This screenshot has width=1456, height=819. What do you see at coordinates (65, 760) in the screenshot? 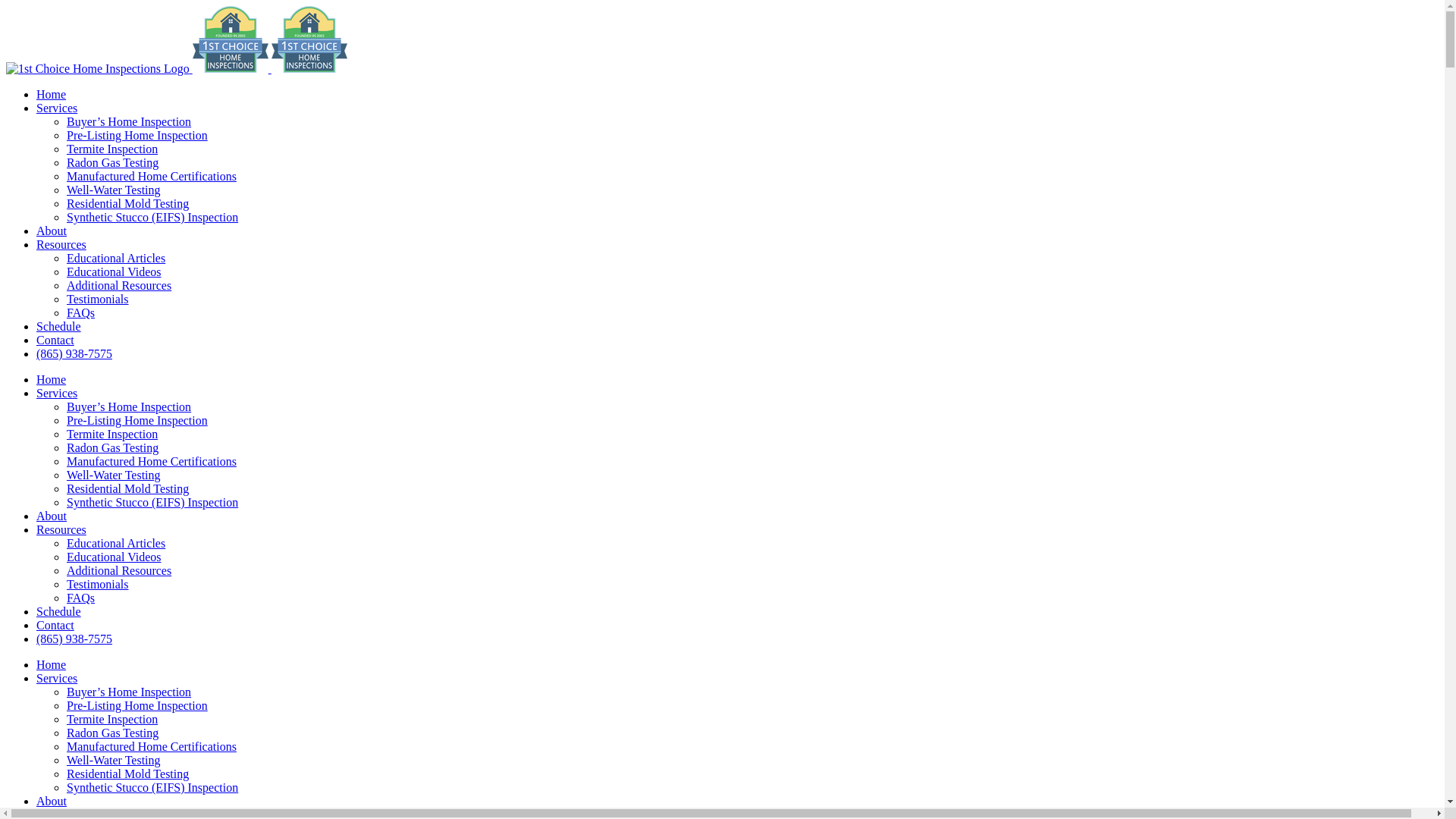
I see `'Well-Water Testing'` at bounding box center [65, 760].